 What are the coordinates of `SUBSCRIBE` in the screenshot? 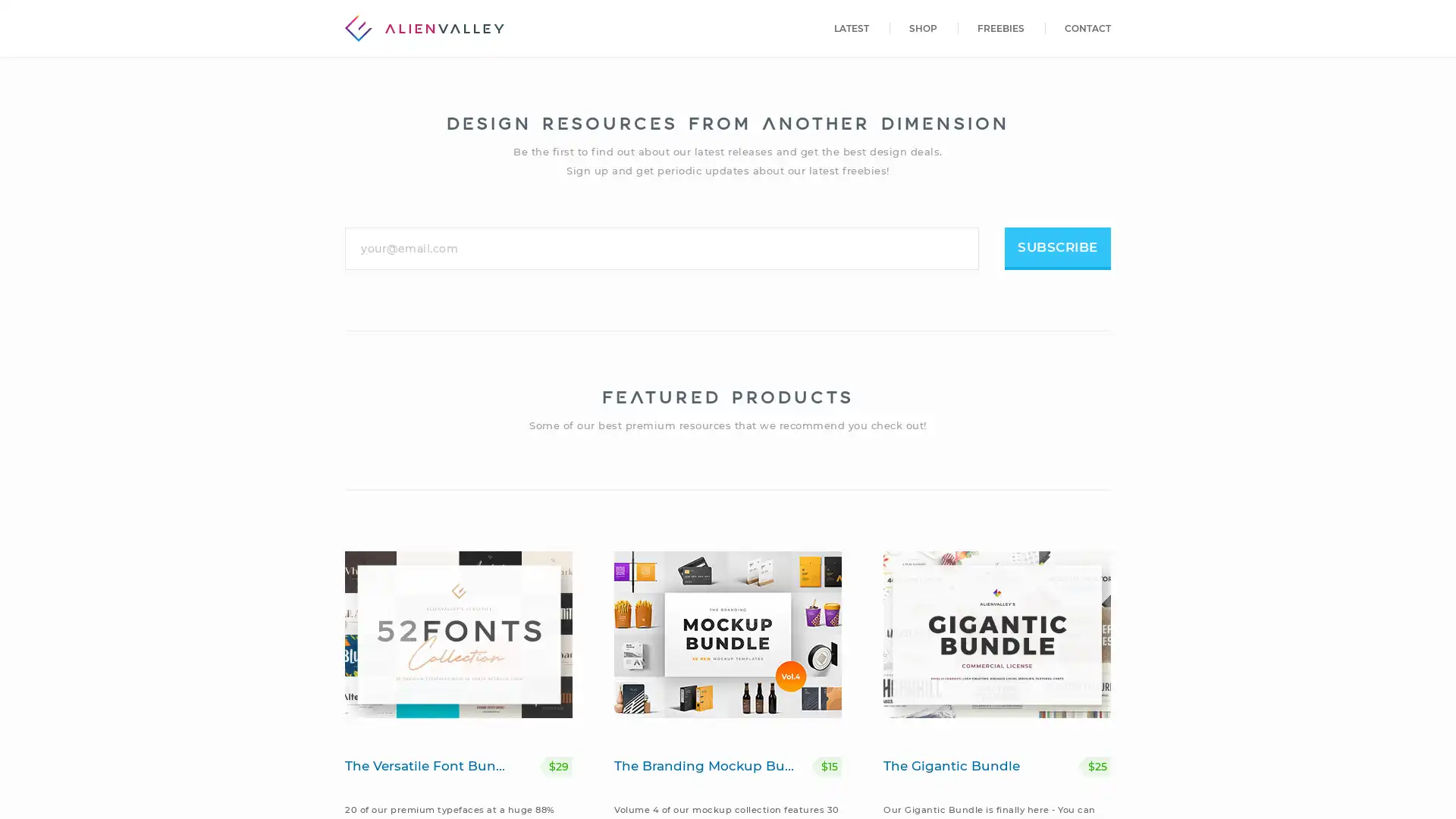 It's located at (1057, 247).